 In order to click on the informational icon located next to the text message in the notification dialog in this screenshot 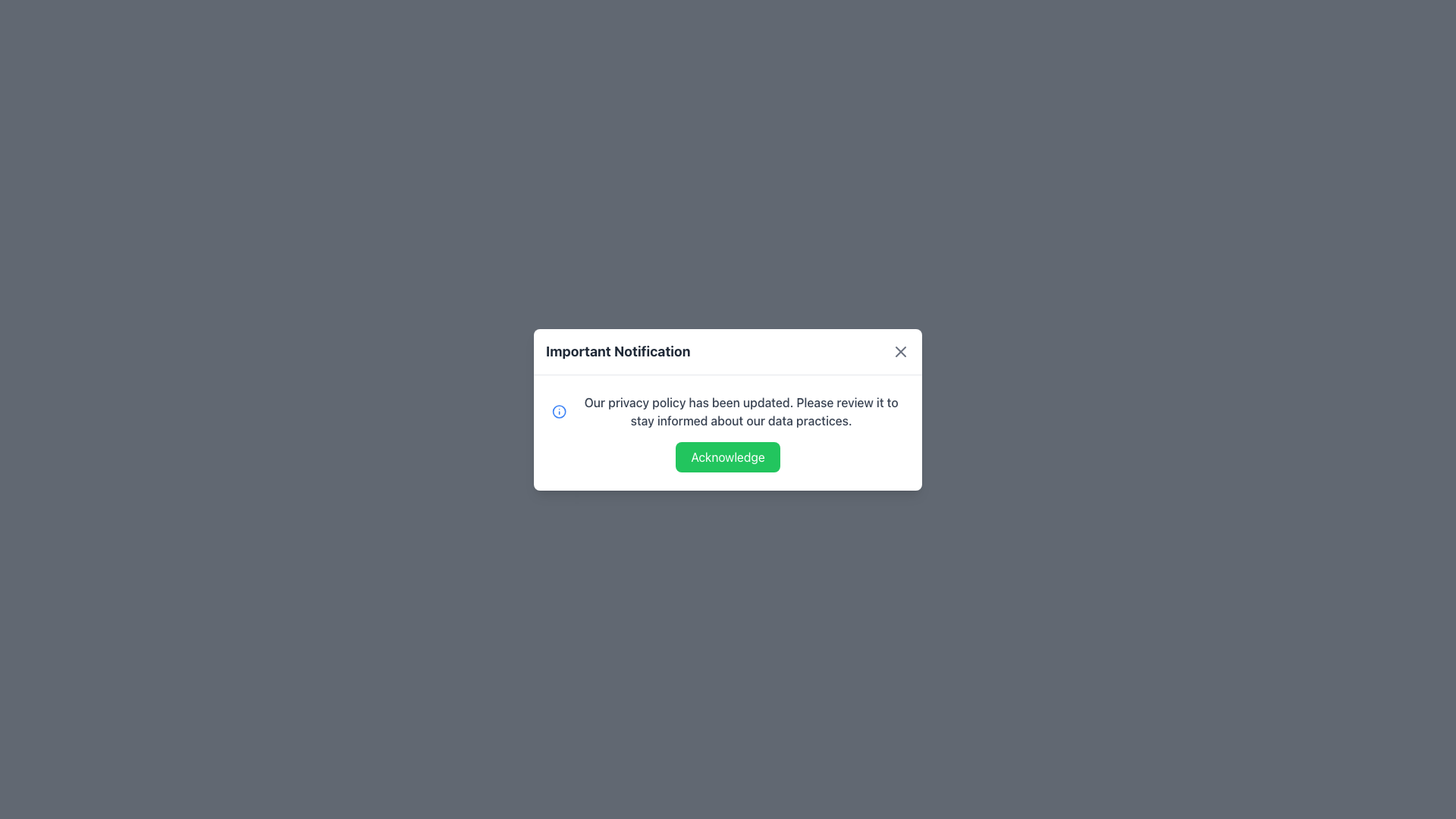, I will do `click(558, 411)`.